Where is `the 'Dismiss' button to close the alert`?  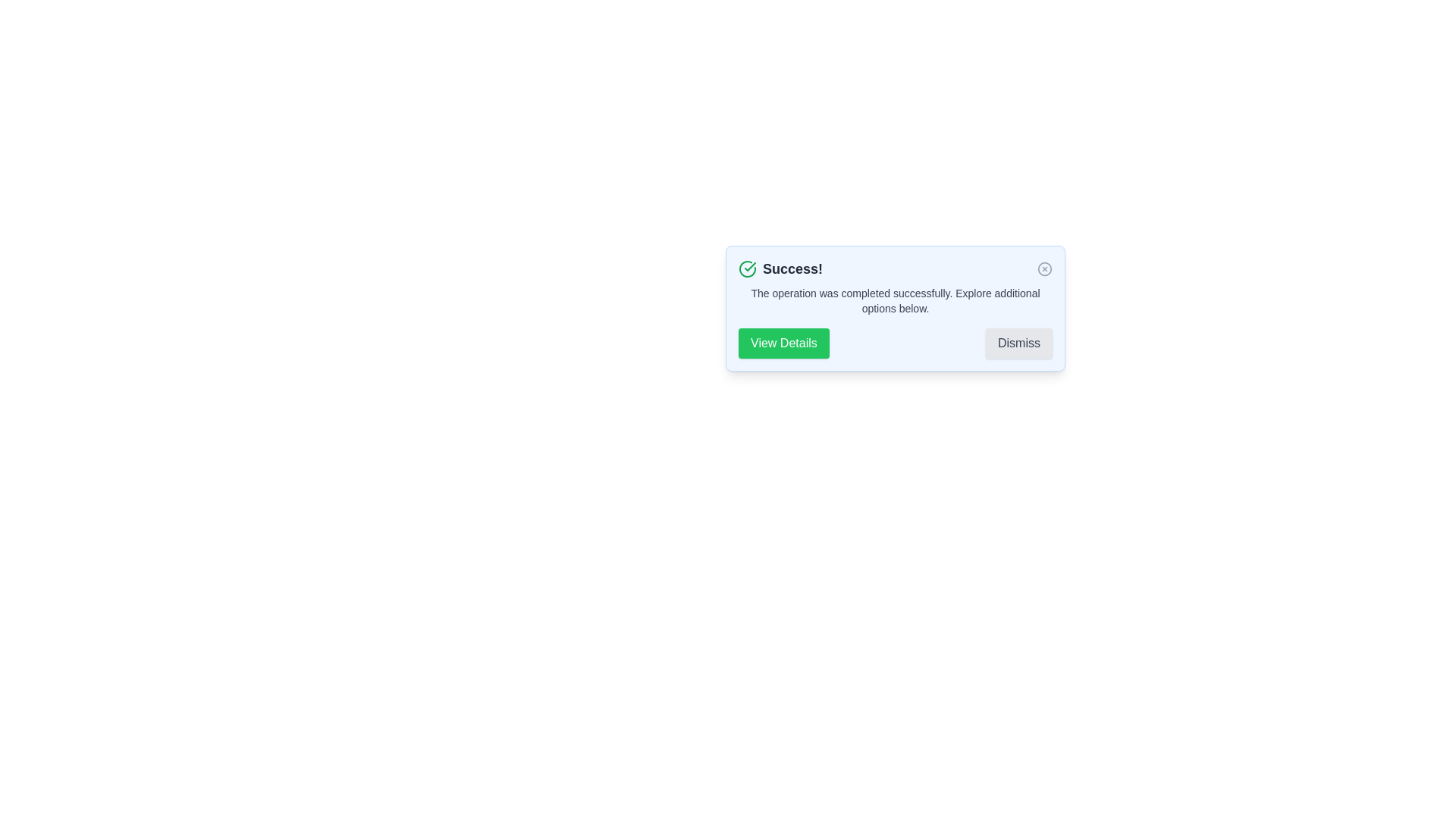
the 'Dismiss' button to close the alert is located at coordinates (1019, 343).